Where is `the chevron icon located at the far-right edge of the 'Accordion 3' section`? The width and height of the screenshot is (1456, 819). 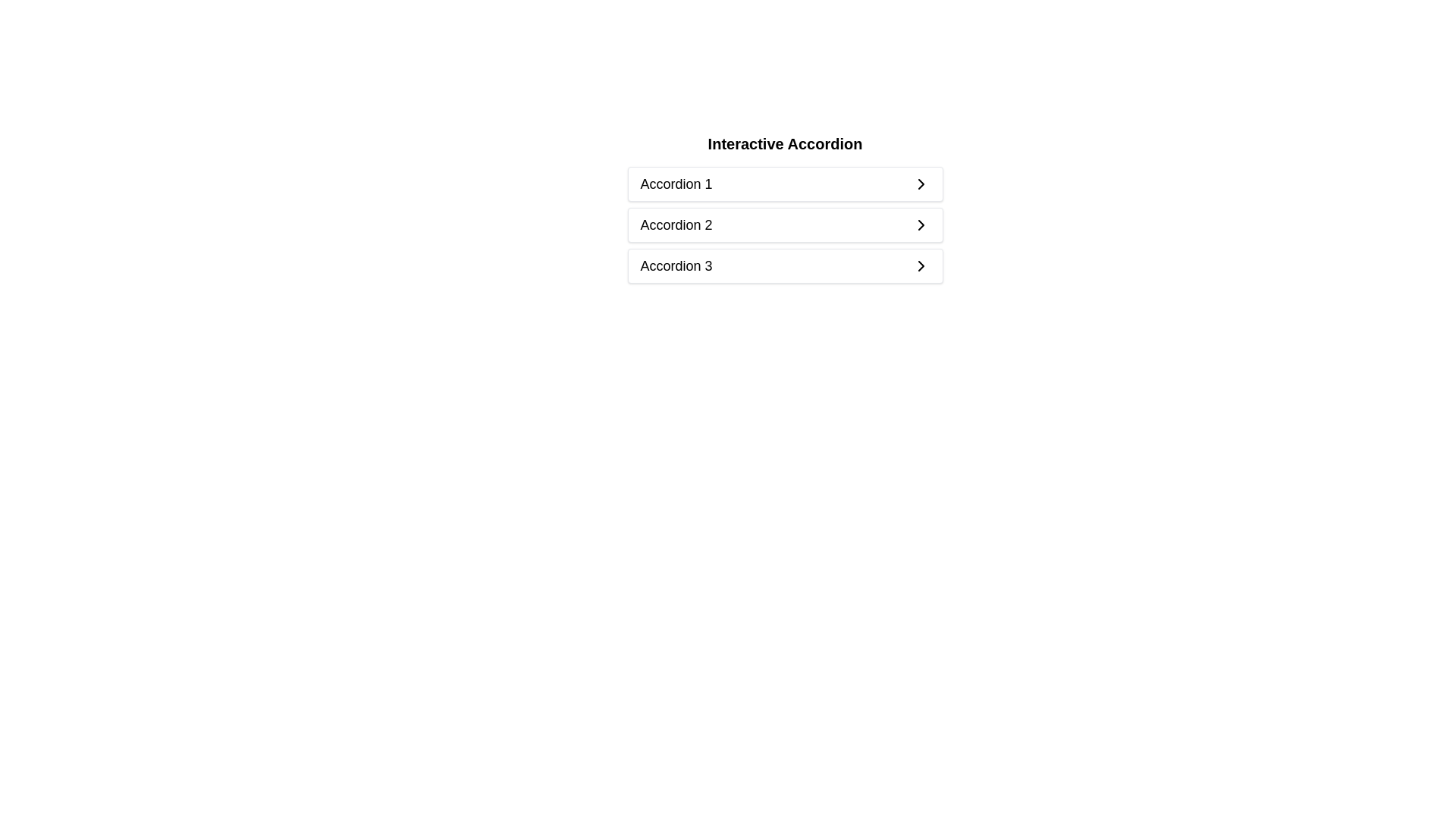 the chevron icon located at the far-right edge of the 'Accordion 3' section is located at coordinates (920, 265).